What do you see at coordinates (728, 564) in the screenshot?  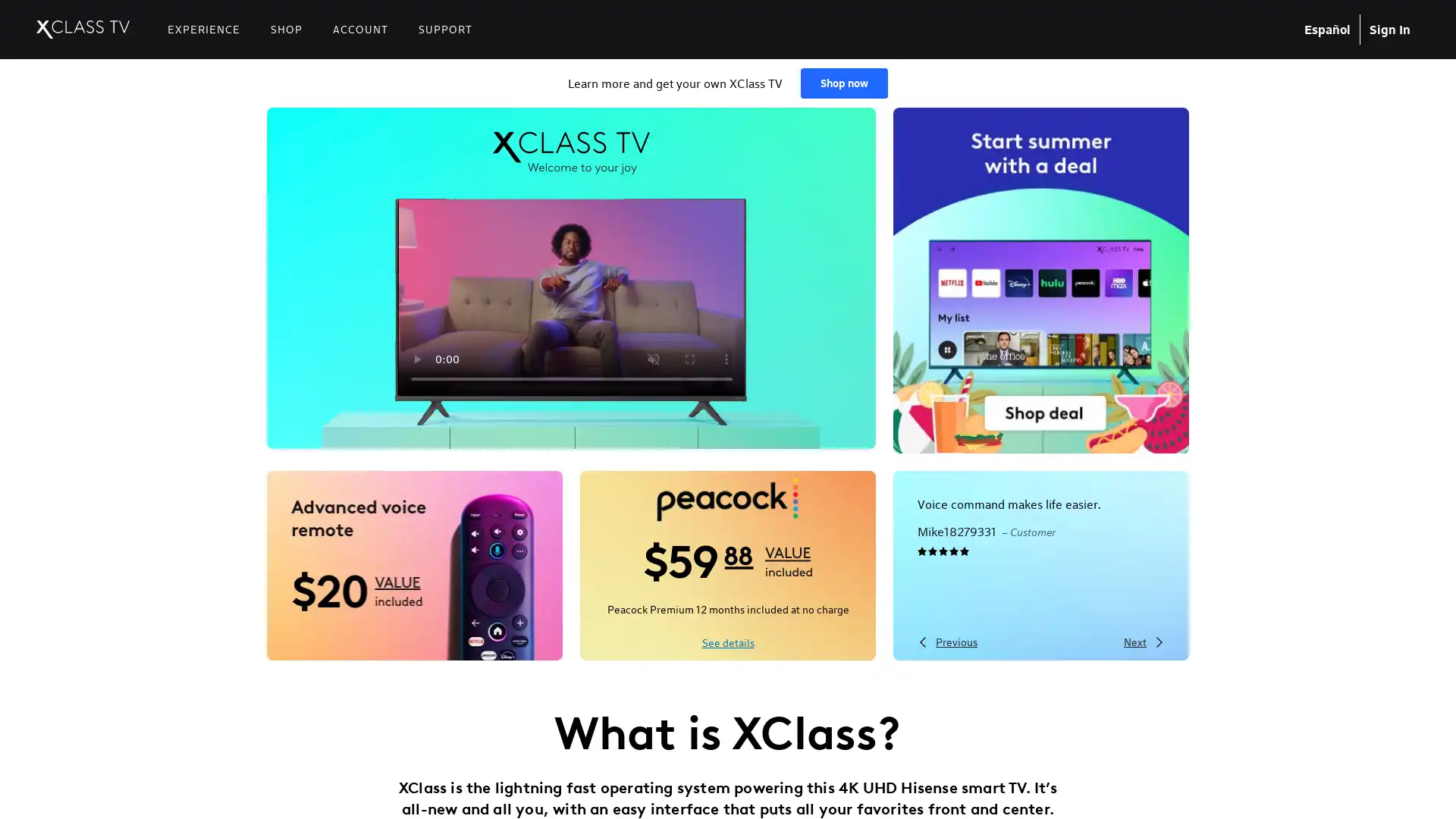 I see `Peacock logo $59.88 value included Peacock Premium 12 months included at no charge See details` at bounding box center [728, 564].